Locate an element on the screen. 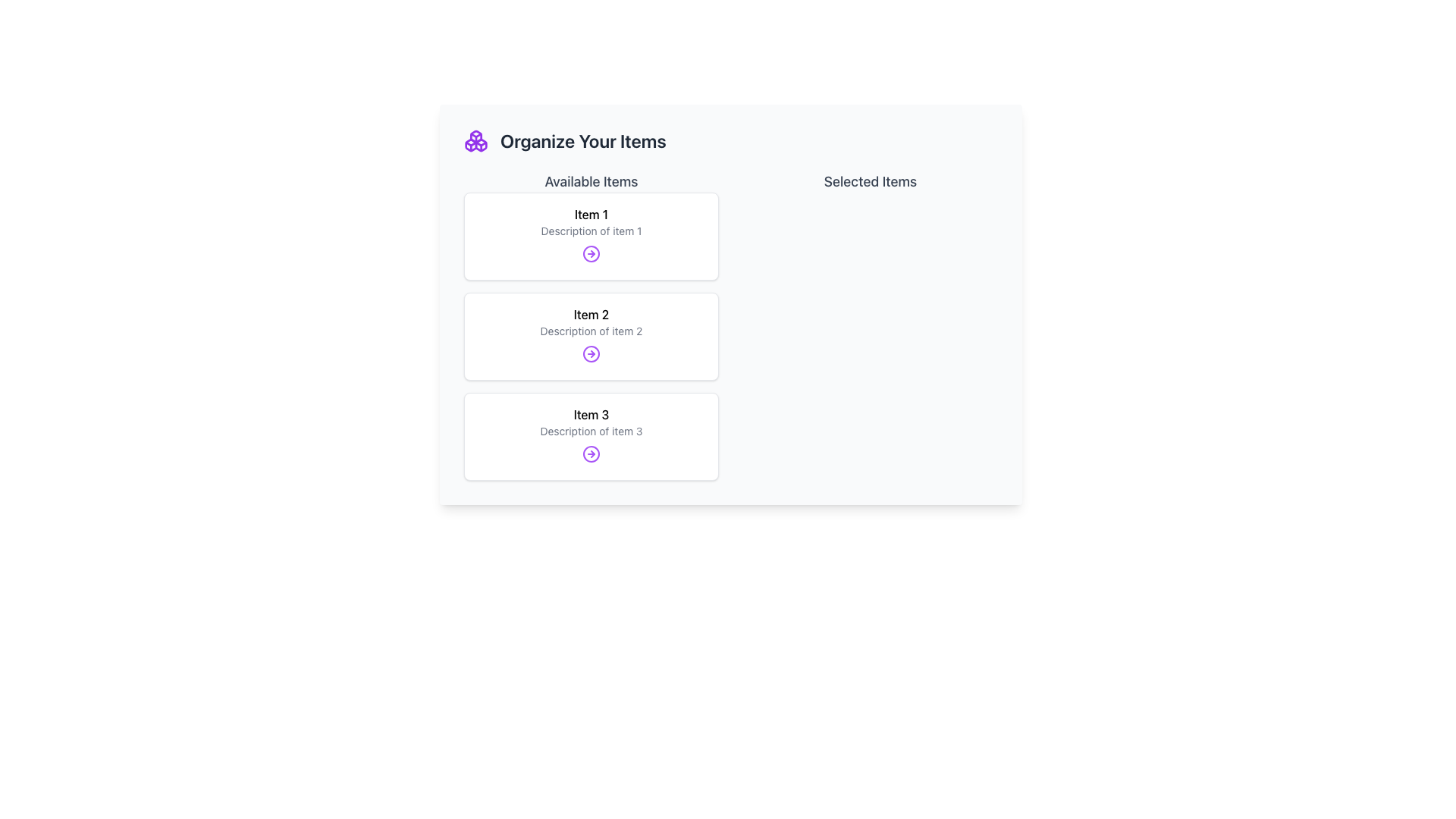  the purple circular icon with a white interior and a rightward-pointing arrow, located at the bottom of the last card in the 'Available Items' section, below 'Description of item 3' is located at coordinates (590, 453).